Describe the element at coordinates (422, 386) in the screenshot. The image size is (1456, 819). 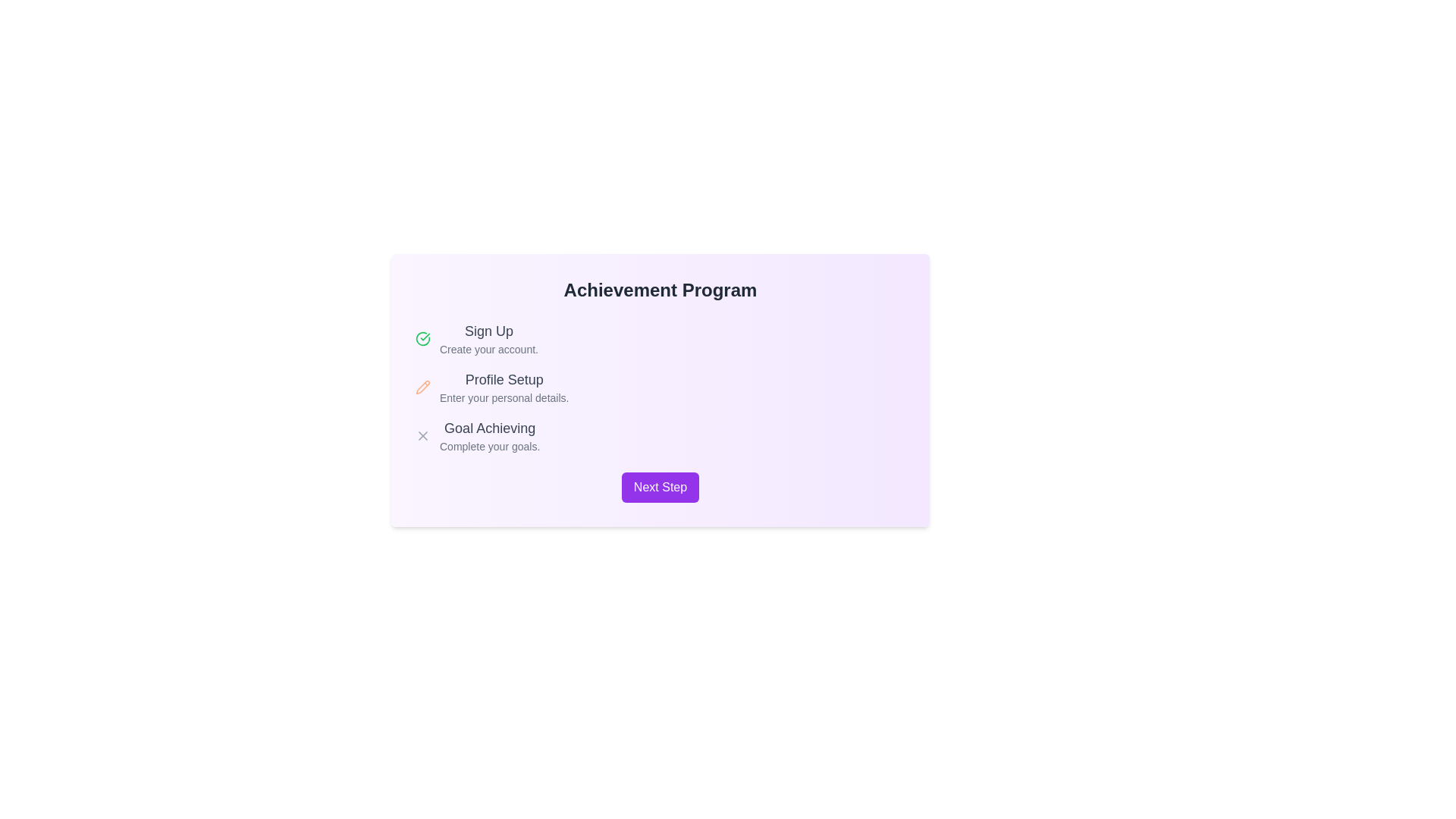
I see `the animation effect of the 'Profile Setup' icon, which is located to the left of the text 'Profile Setup' and 'Enter your personal details.'` at that location.